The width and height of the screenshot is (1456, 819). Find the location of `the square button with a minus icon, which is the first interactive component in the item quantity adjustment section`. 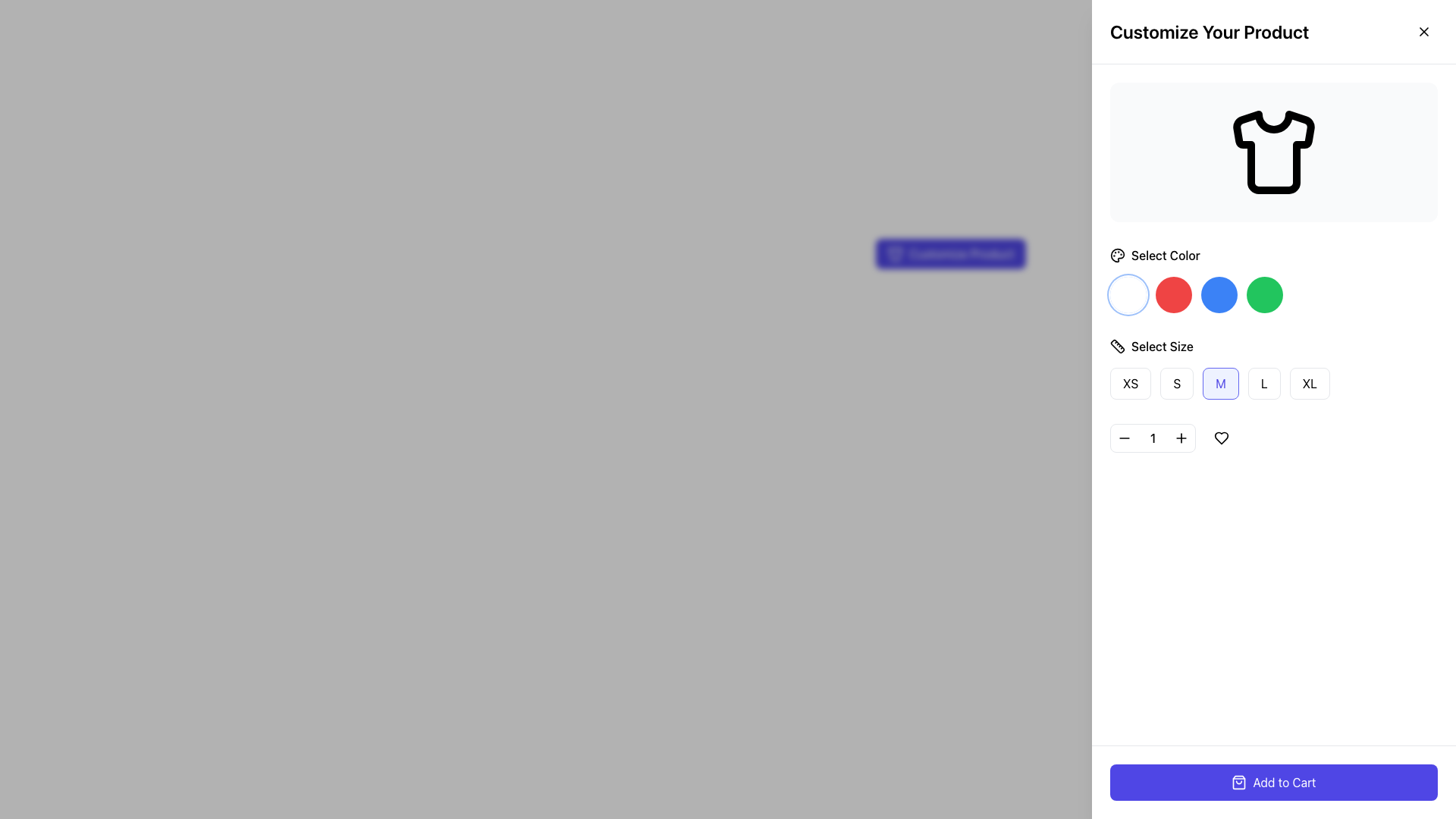

the square button with a minus icon, which is the first interactive component in the item quantity adjustment section is located at coordinates (1125, 438).